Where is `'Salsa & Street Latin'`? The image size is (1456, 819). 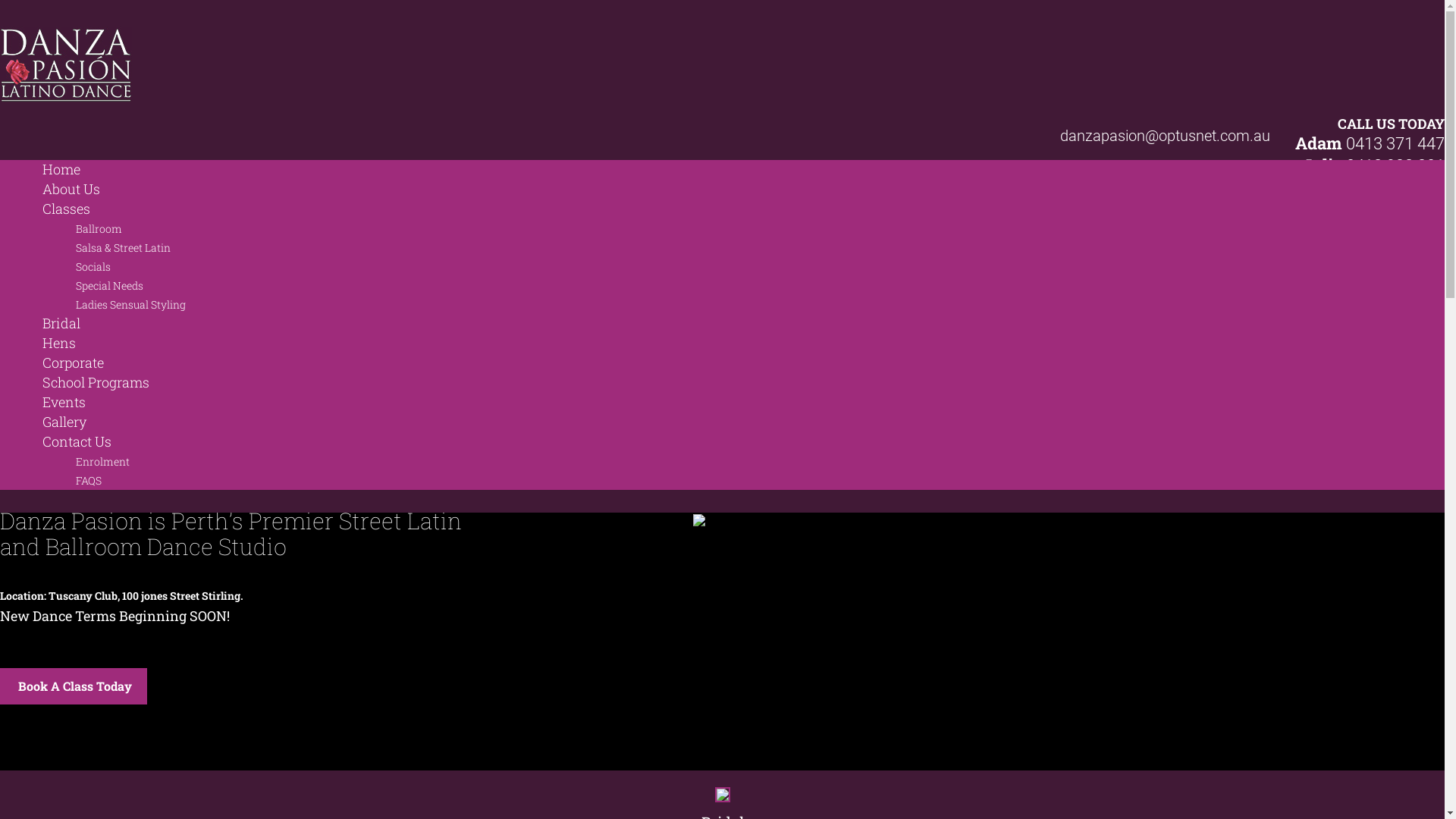 'Salsa & Street Latin' is located at coordinates (123, 246).